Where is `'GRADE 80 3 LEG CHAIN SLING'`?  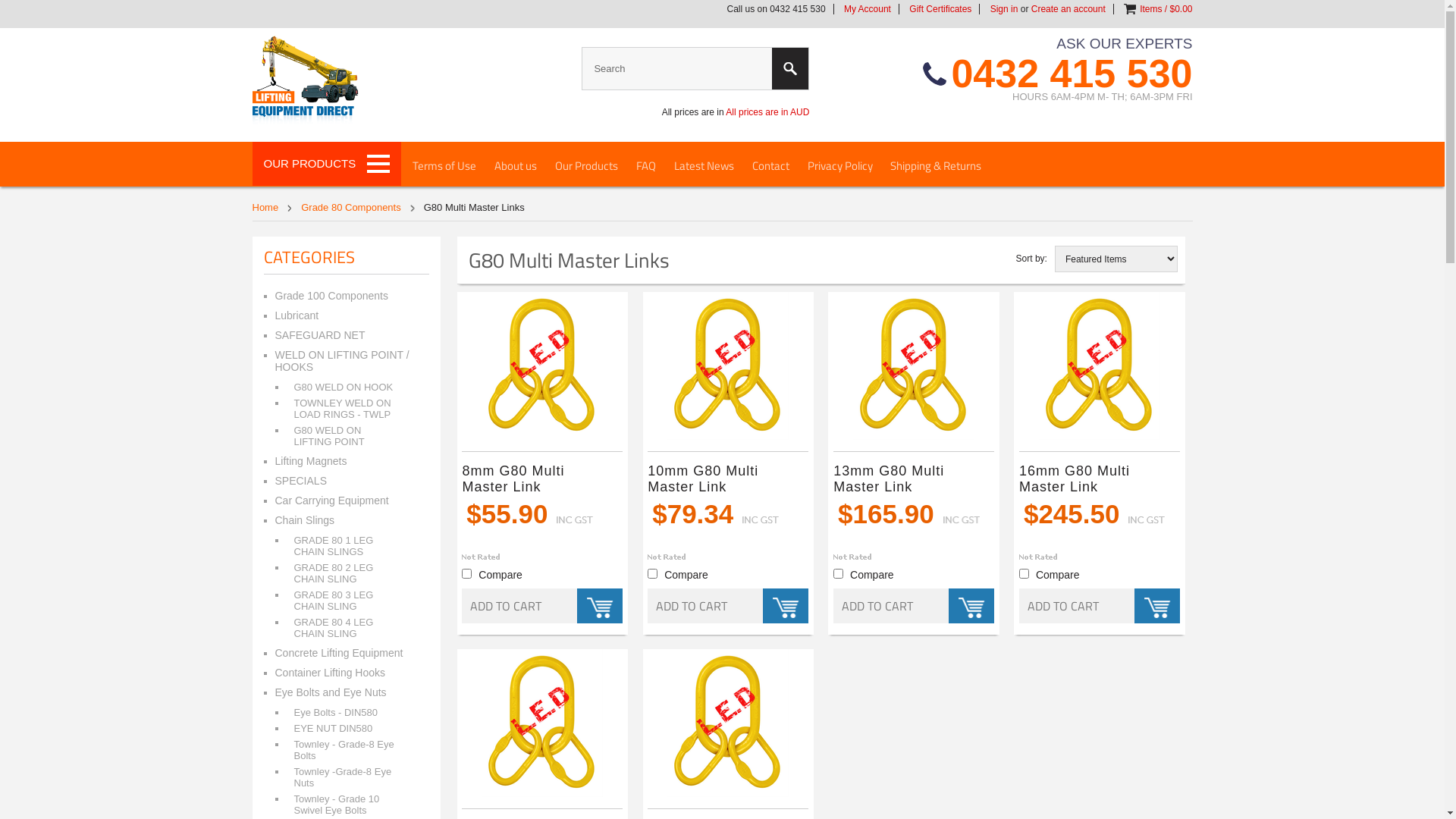 'GRADE 80 3 LEG CHAIN SLING' is located at coordinates (346, 599).